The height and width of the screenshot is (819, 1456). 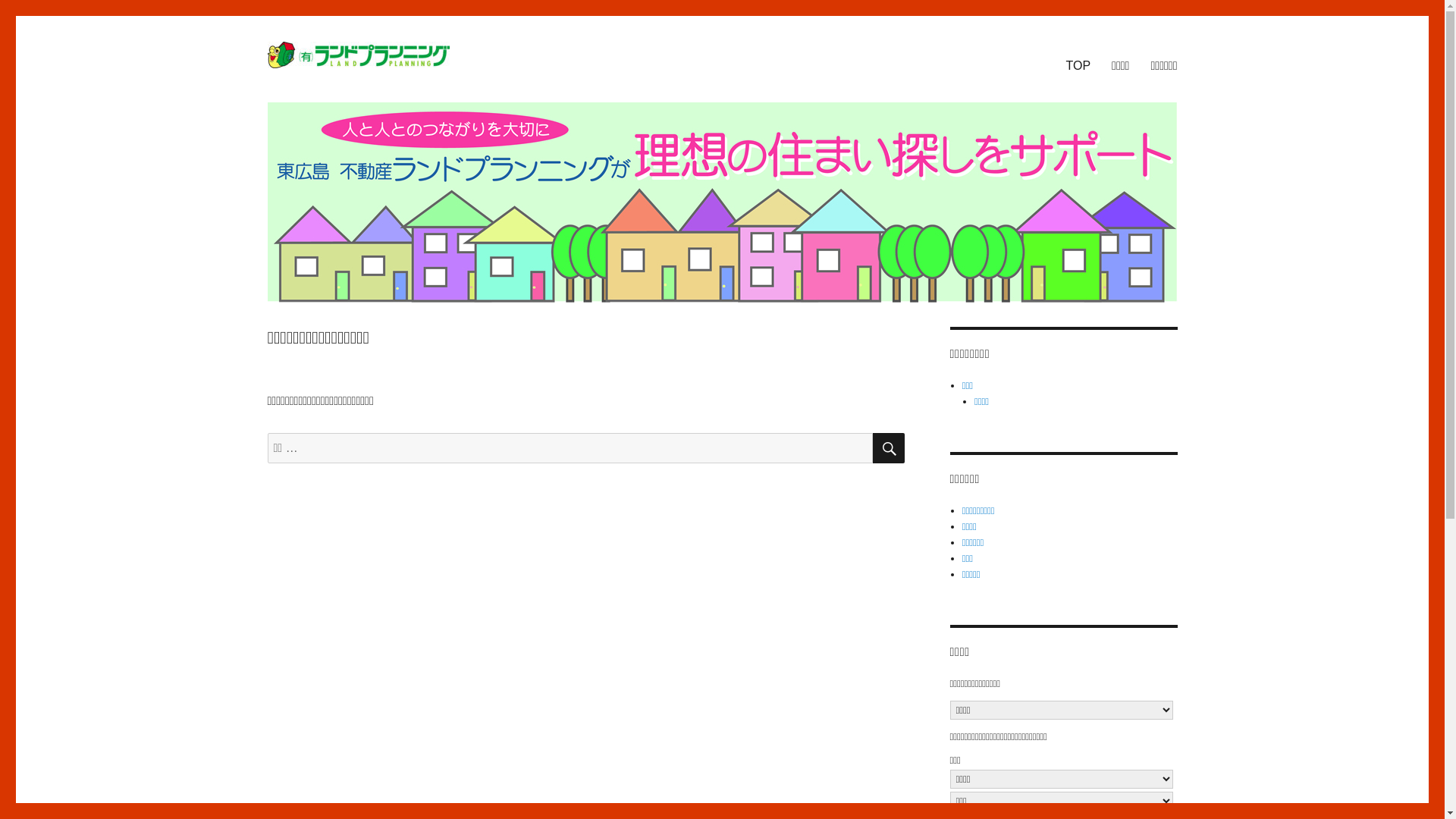 What do you see at coordinates (1054, 64) in the screenshot?
I see `'TOP'` at bounding box center [1054, 64].